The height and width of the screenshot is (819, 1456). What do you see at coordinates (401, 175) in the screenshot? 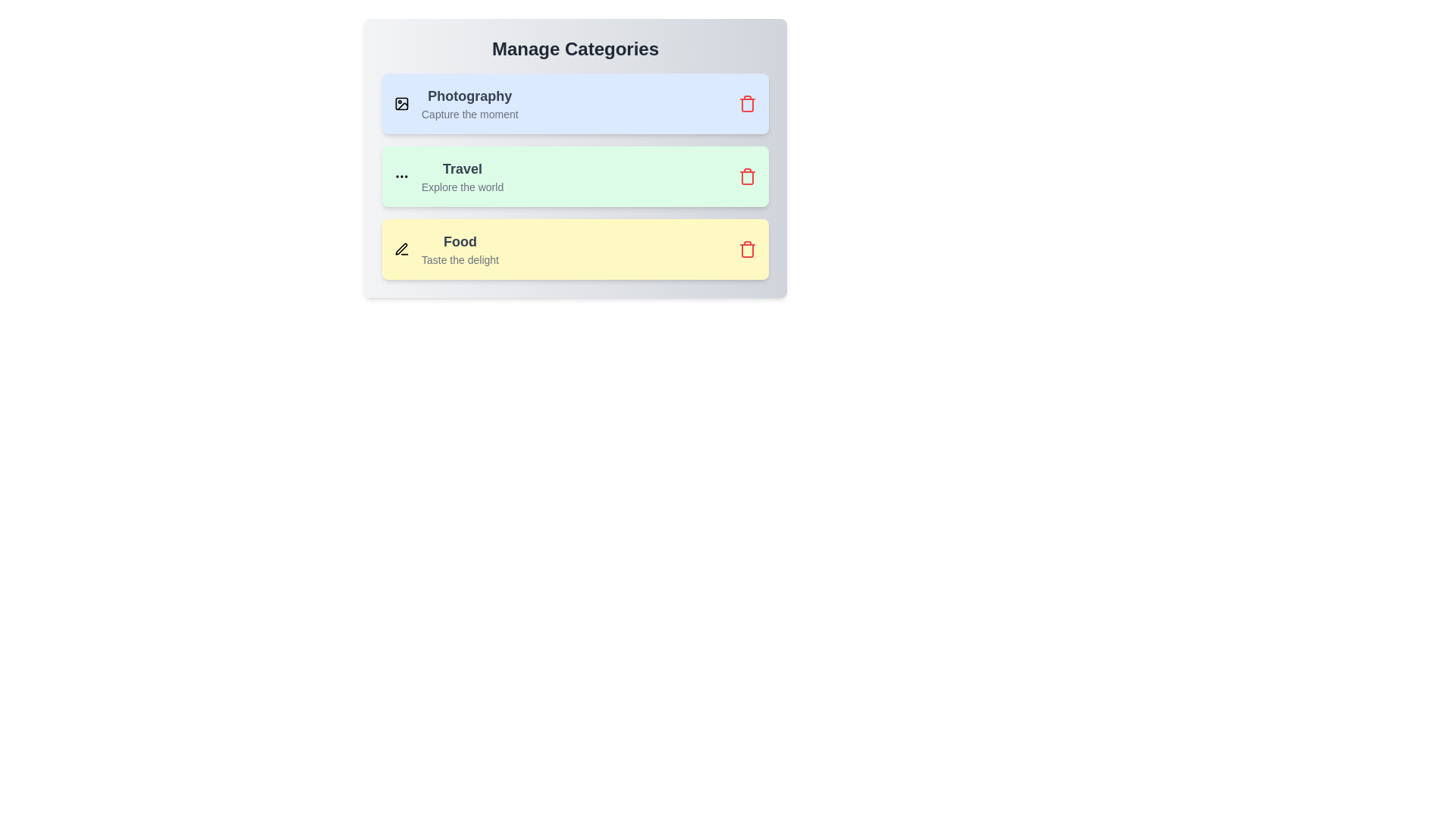
I see `the icon of the category Travel to view it` at bounding box center [401, 175].